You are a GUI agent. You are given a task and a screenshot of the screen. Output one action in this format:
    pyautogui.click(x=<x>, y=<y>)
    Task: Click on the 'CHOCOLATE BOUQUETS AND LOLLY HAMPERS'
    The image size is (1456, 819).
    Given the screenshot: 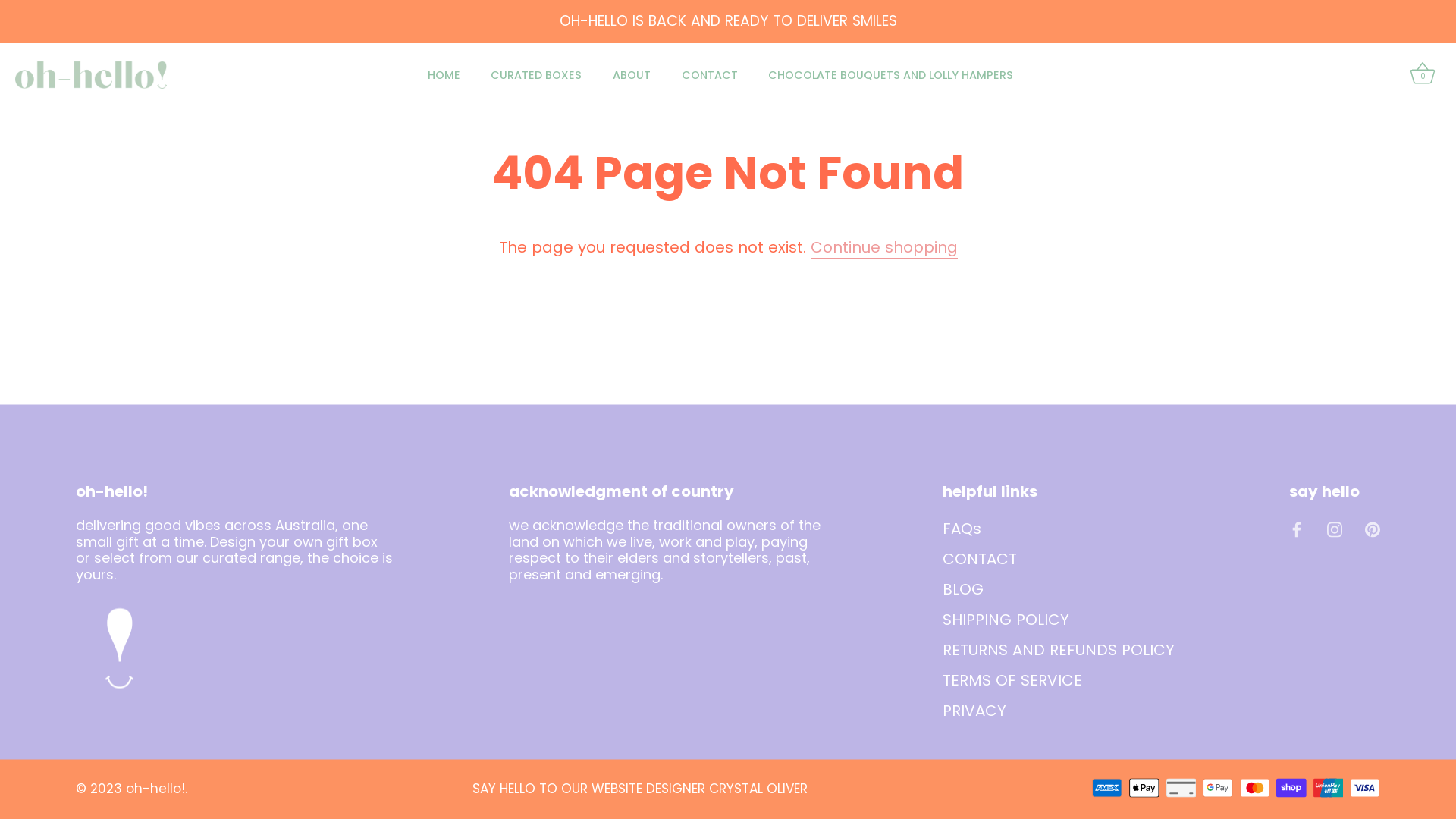 What is the action you would take?
    pyautogui.click(x=891, y=75)
    